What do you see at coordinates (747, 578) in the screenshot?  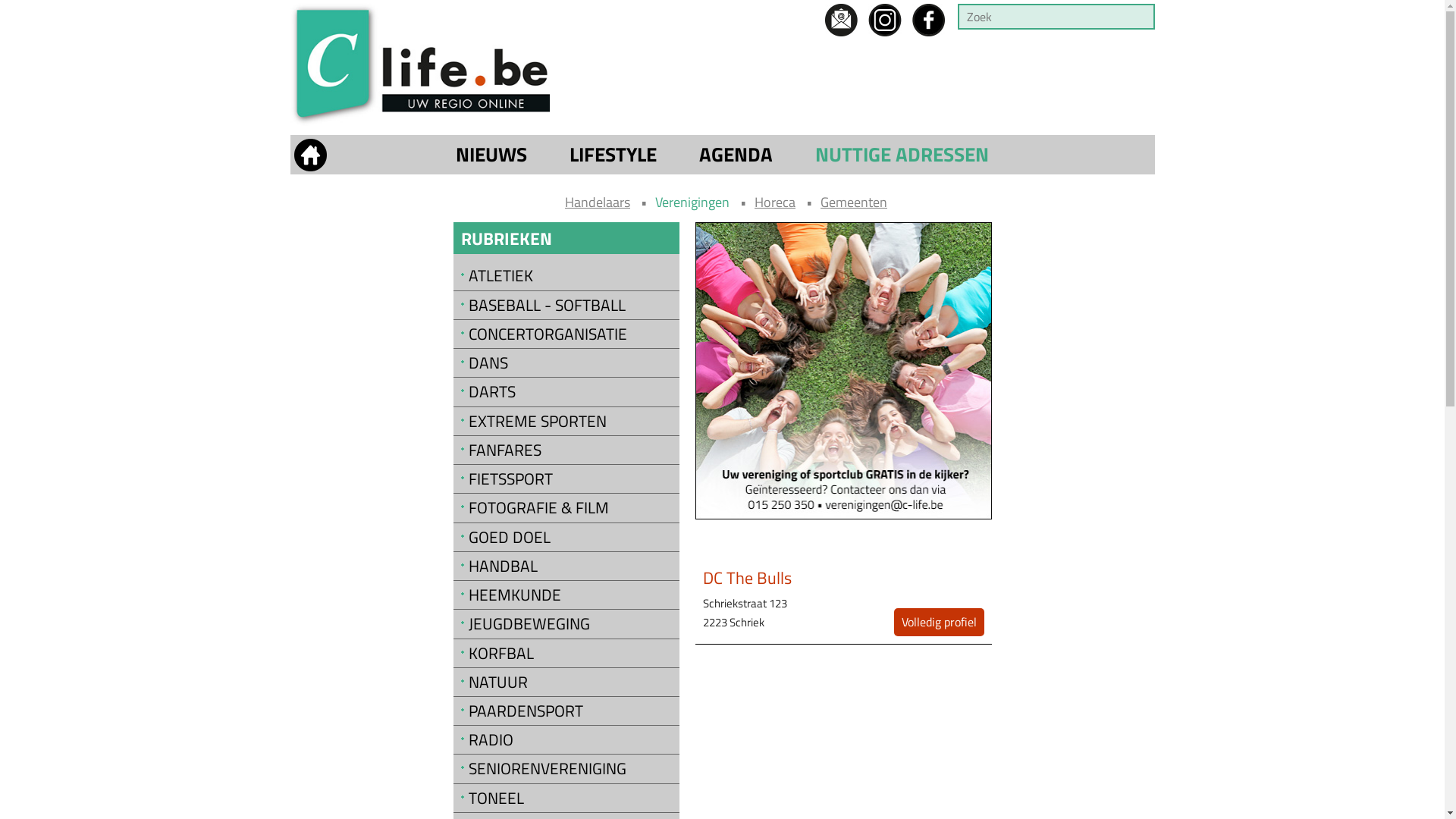 I see `'DC The Bulls'` at bounding box center [747, 578].